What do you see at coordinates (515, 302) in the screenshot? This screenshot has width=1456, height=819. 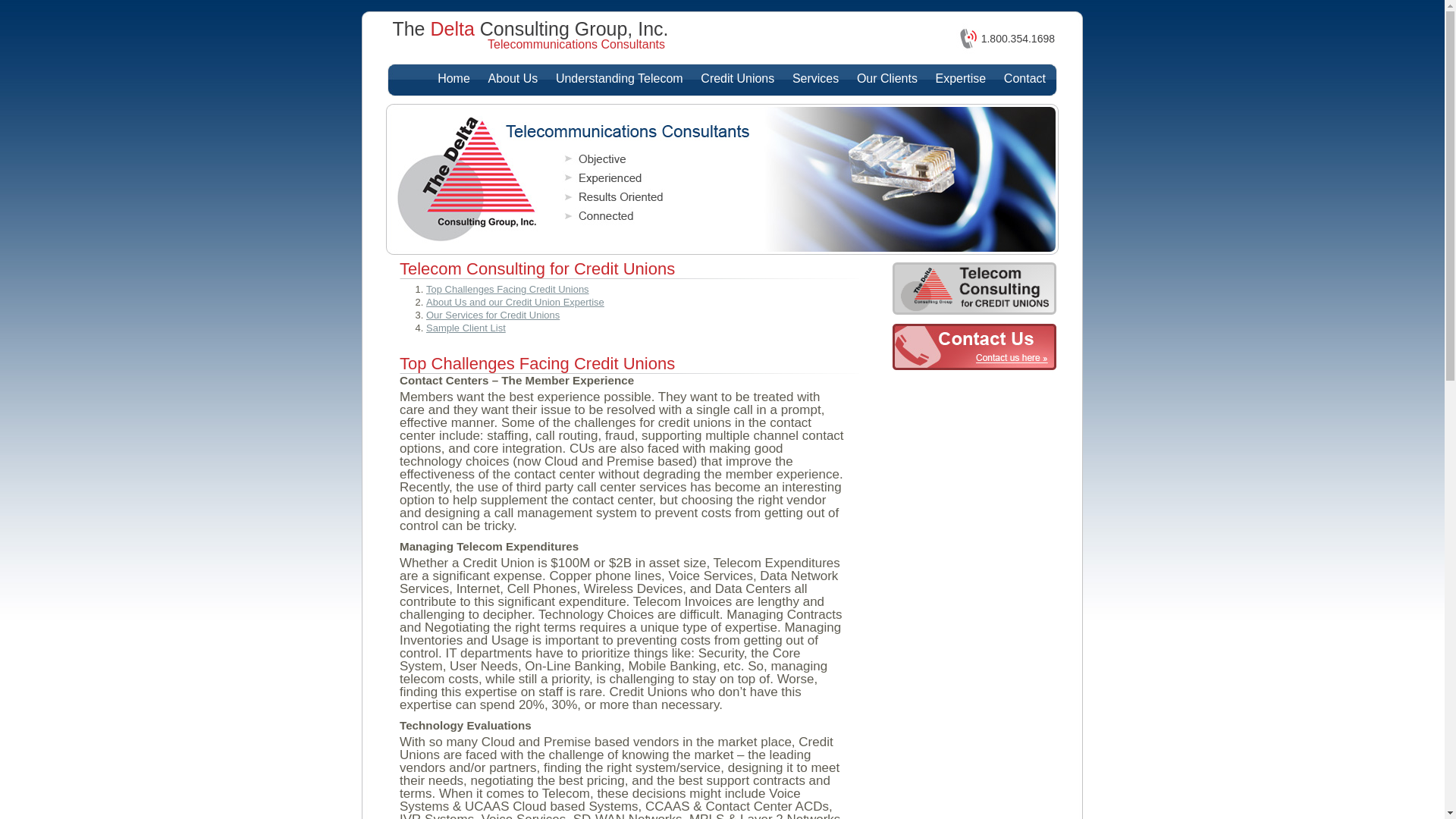 I see `'About Us and our Credit Union Expertise'` at bounding box center [515, 302].